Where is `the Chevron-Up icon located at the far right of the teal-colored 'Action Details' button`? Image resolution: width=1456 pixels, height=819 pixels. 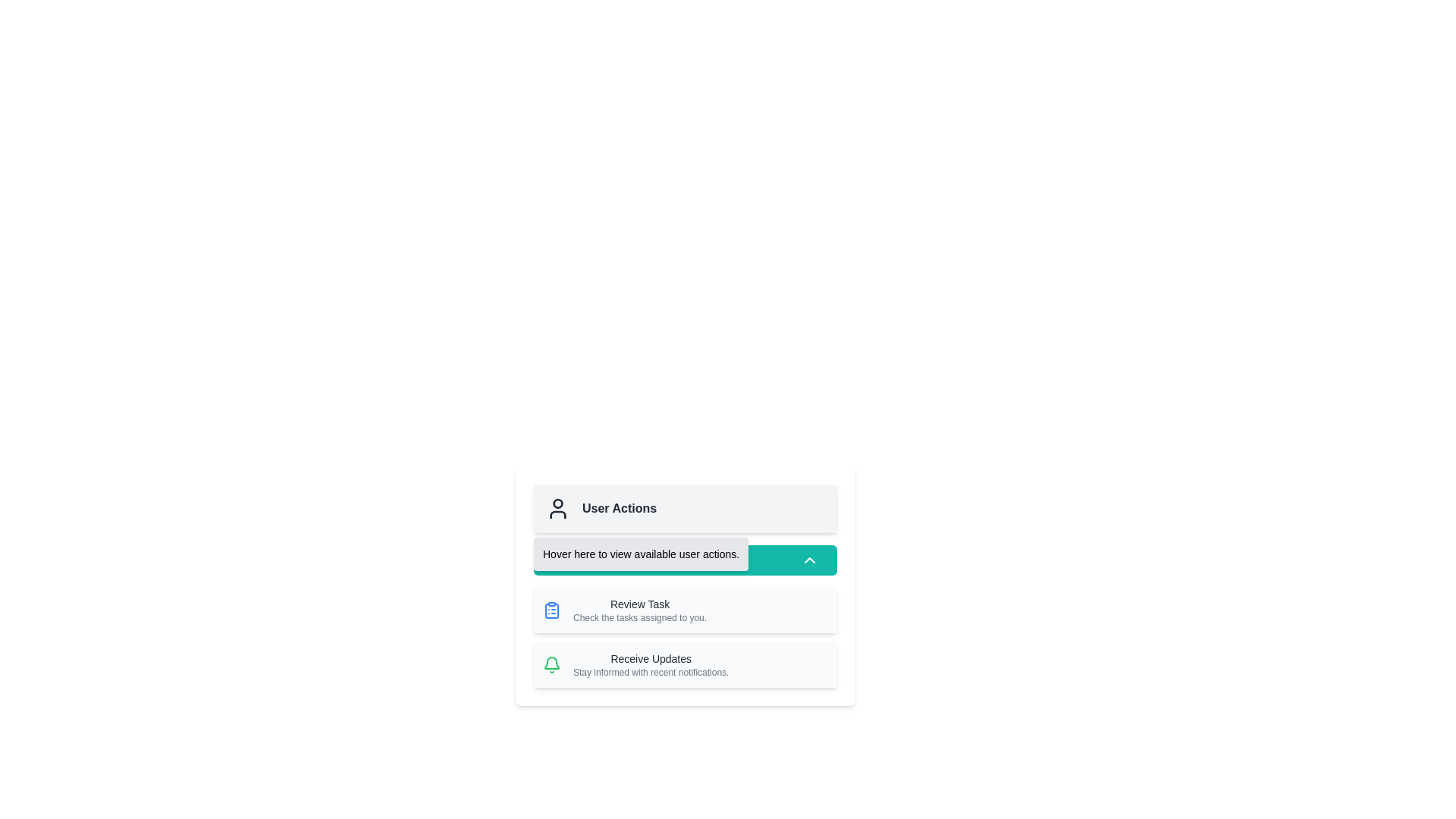 the Chevron-Up icon located at the far right of the teal-colored 'Action Details' button is located at coordinates (809, 560).